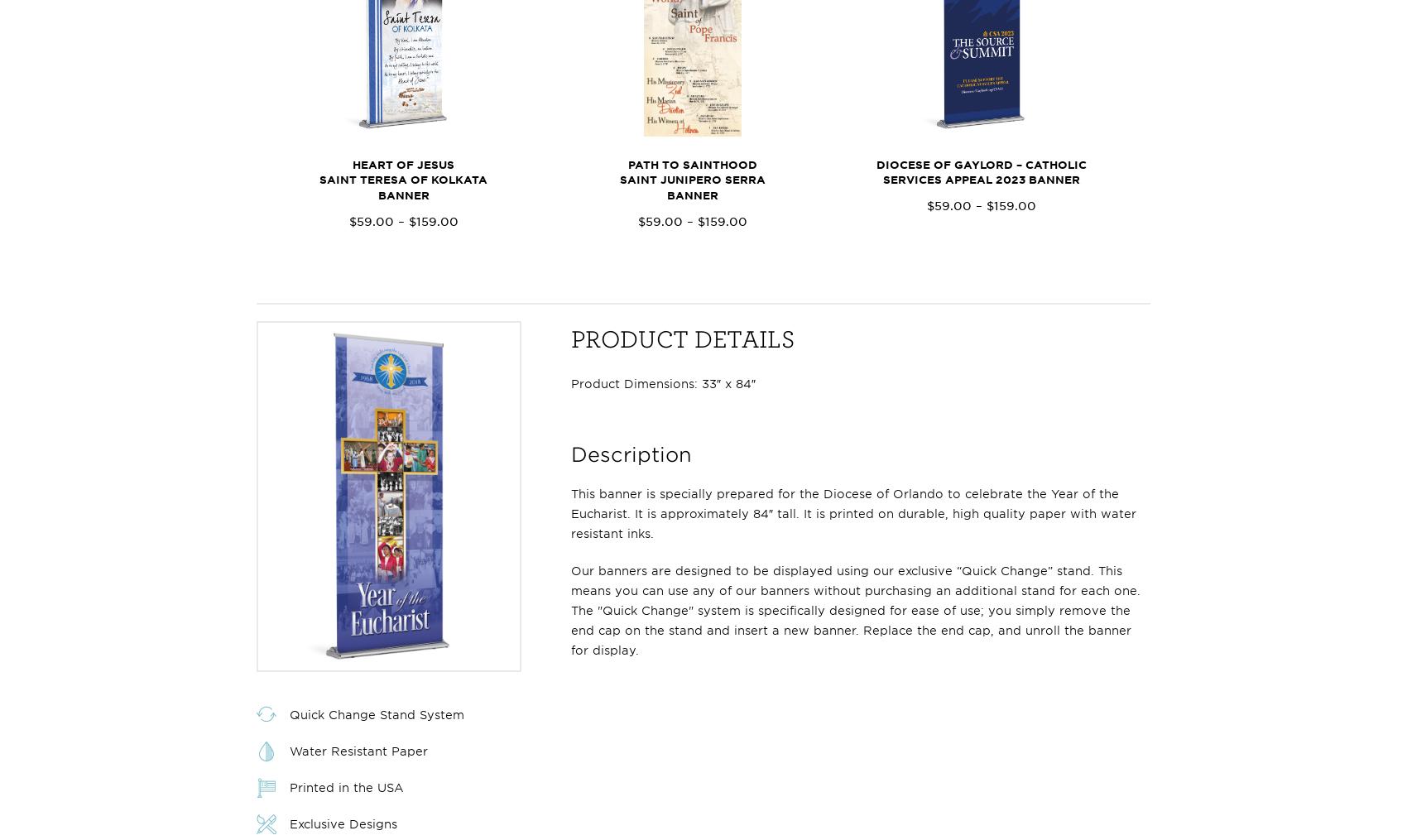  I want to click on 'Product Dimensions: 33″ x 84″', so click(662, 382).